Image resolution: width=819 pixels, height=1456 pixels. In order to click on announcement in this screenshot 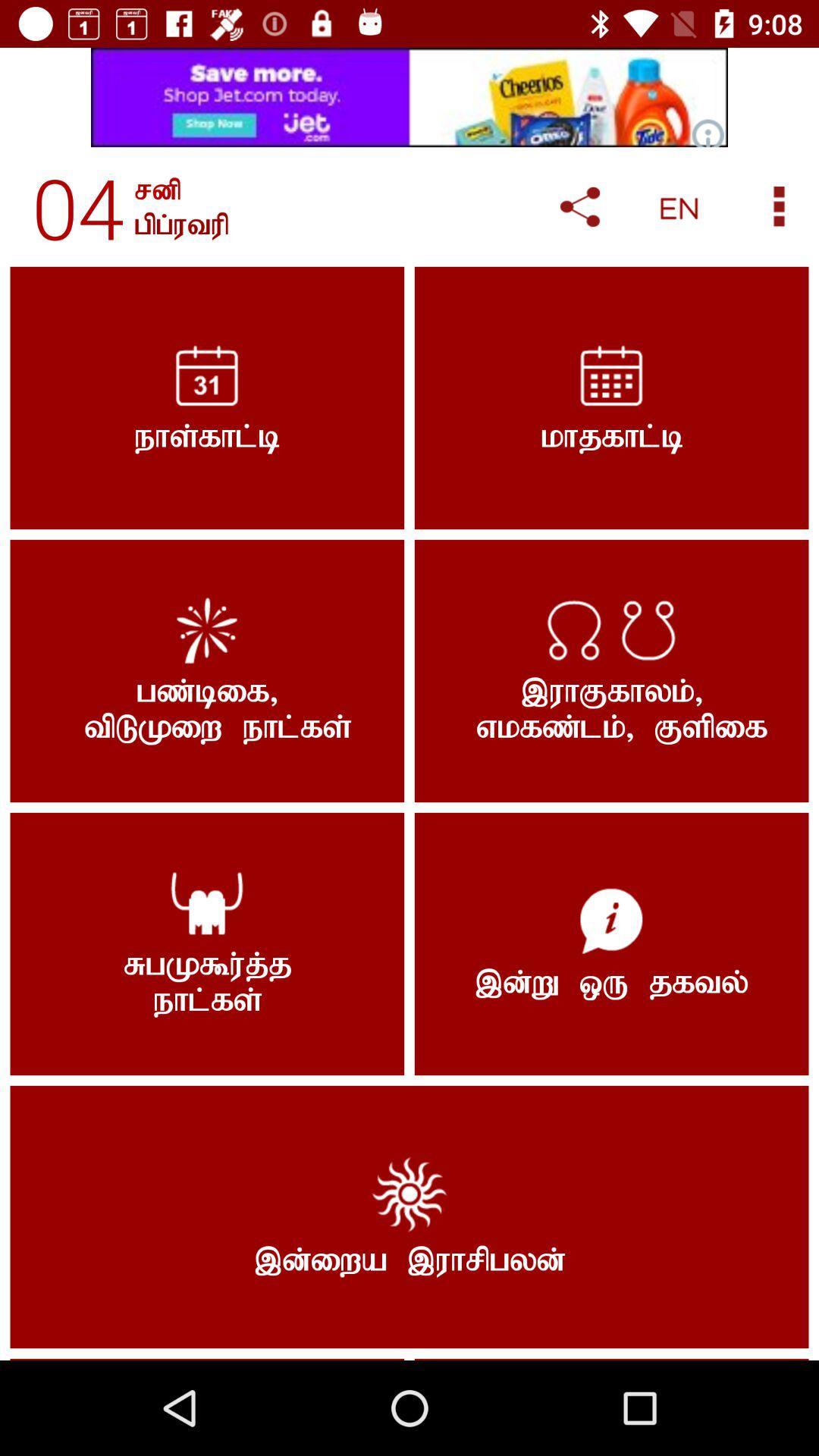, I will do `click(409, 96)`.